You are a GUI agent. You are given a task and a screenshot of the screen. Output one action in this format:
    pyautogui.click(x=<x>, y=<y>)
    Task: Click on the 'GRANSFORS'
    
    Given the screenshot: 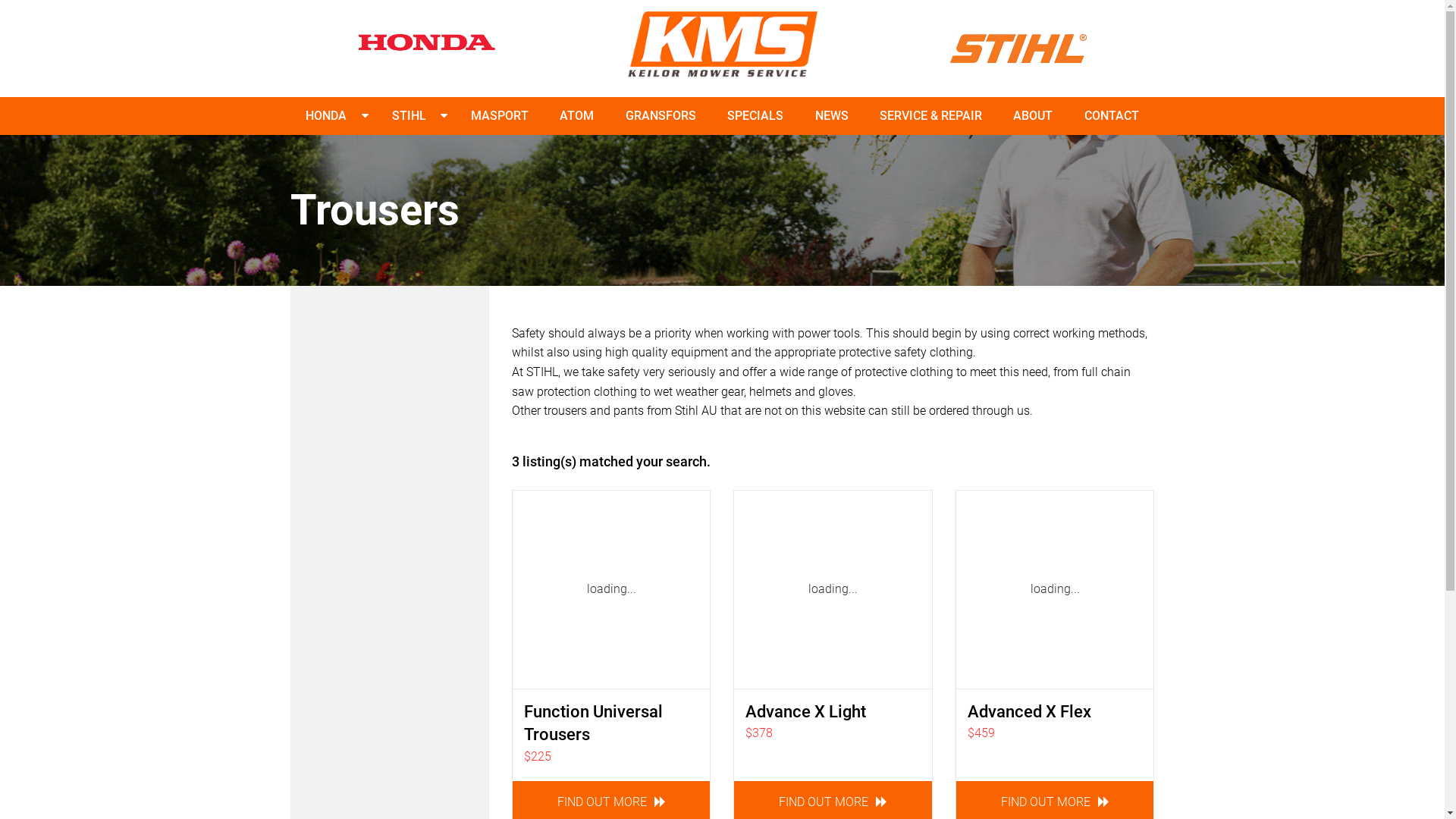 What is the action you would take?
    pyautogui.click(x=661, y=115)
    